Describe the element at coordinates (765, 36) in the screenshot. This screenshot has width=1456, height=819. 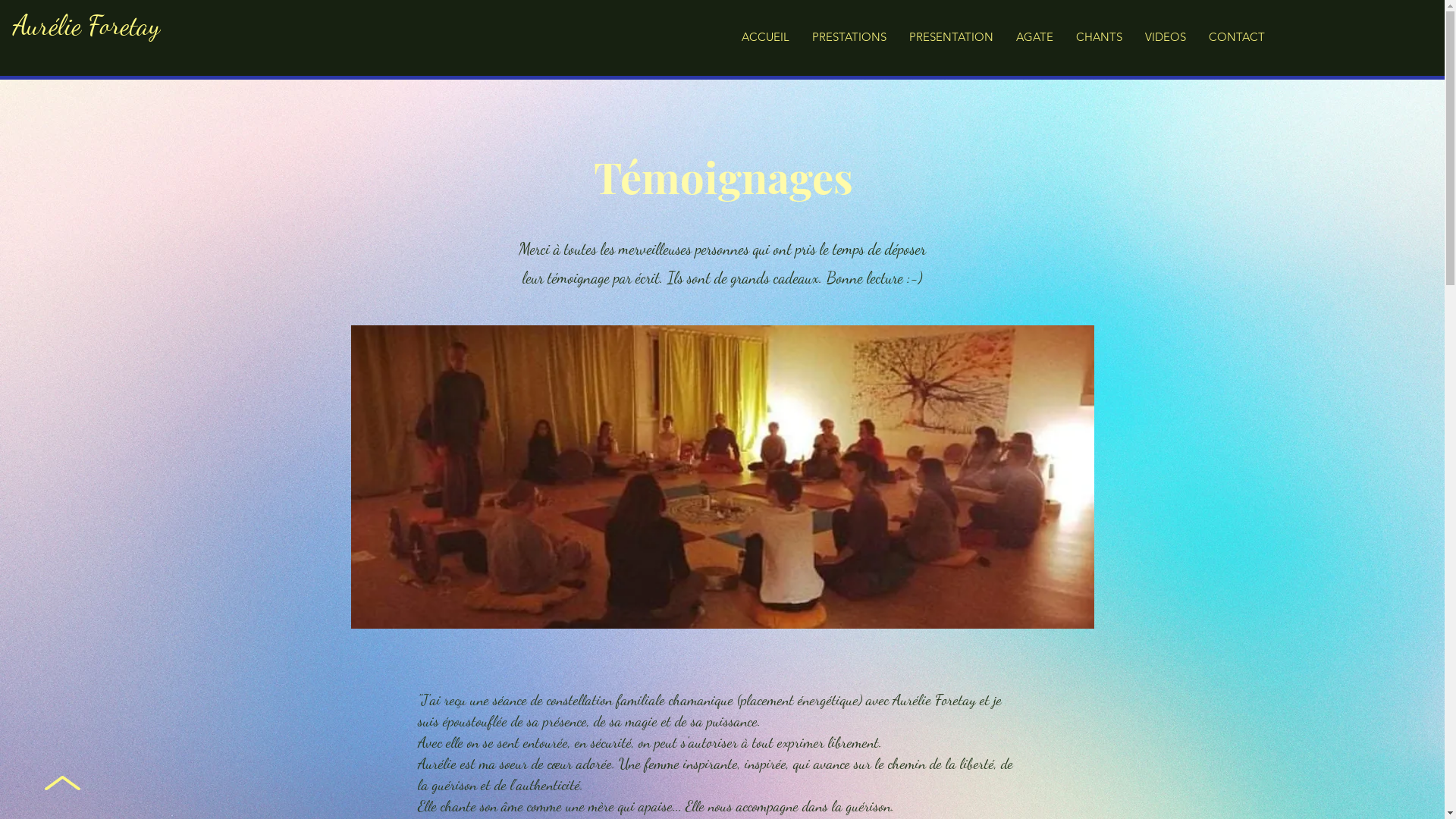
I see `'ACCUEIL'` at that location.